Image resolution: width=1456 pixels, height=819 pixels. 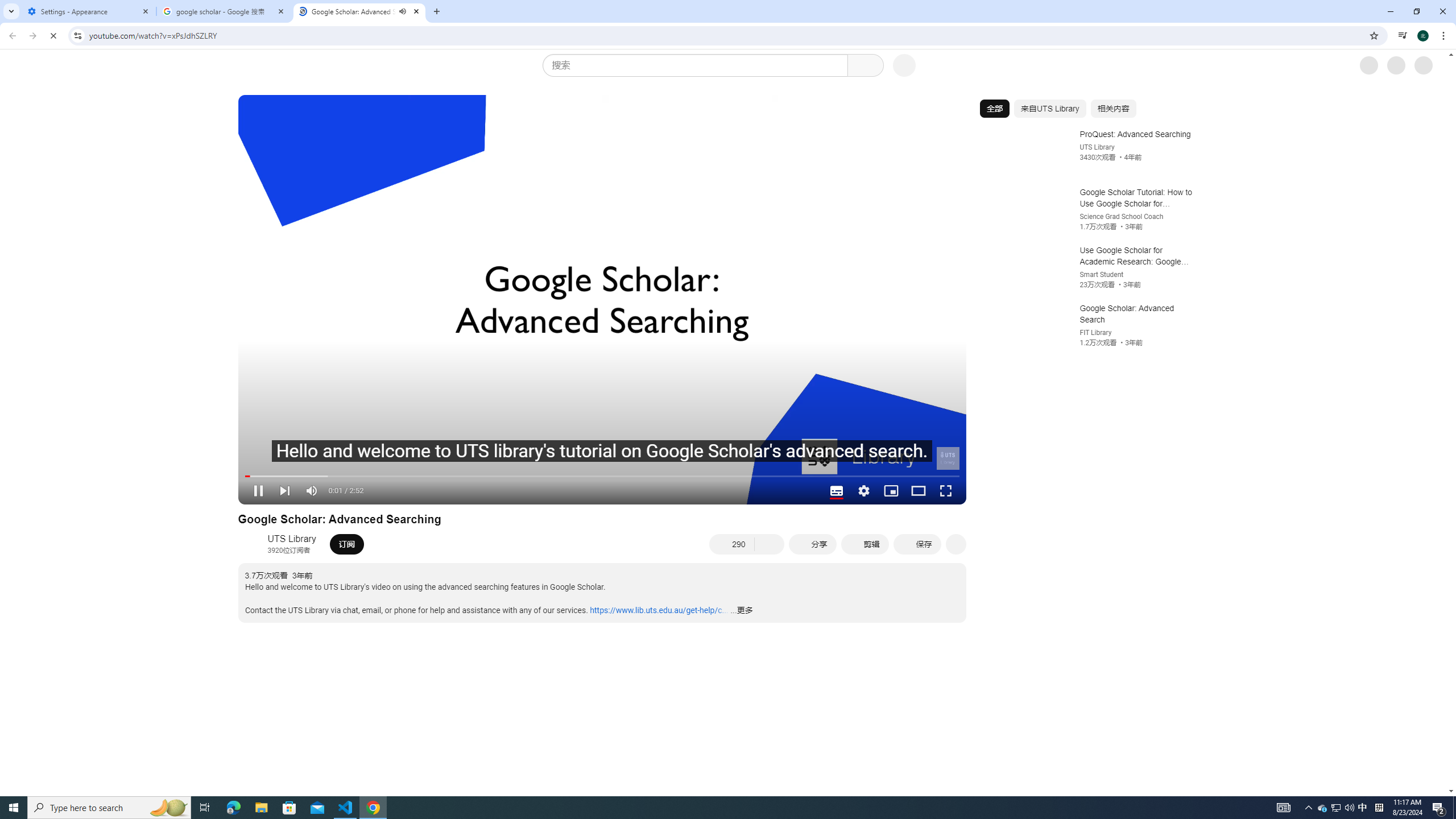 I want to click on 'UTS Library', so click(x=292, y=538).